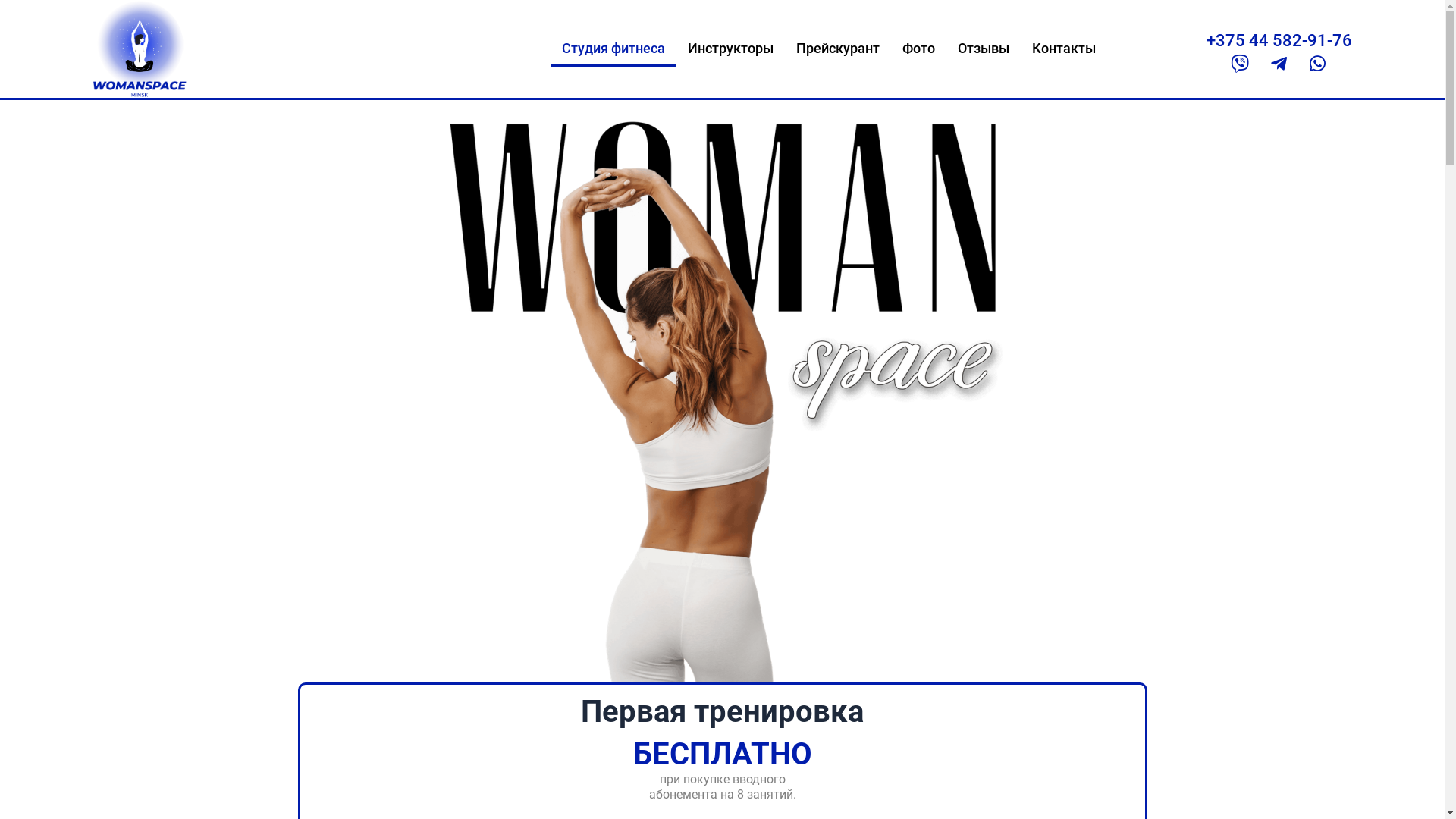  I want to click on '+375 44 582-91-76', so click(1205, 39).